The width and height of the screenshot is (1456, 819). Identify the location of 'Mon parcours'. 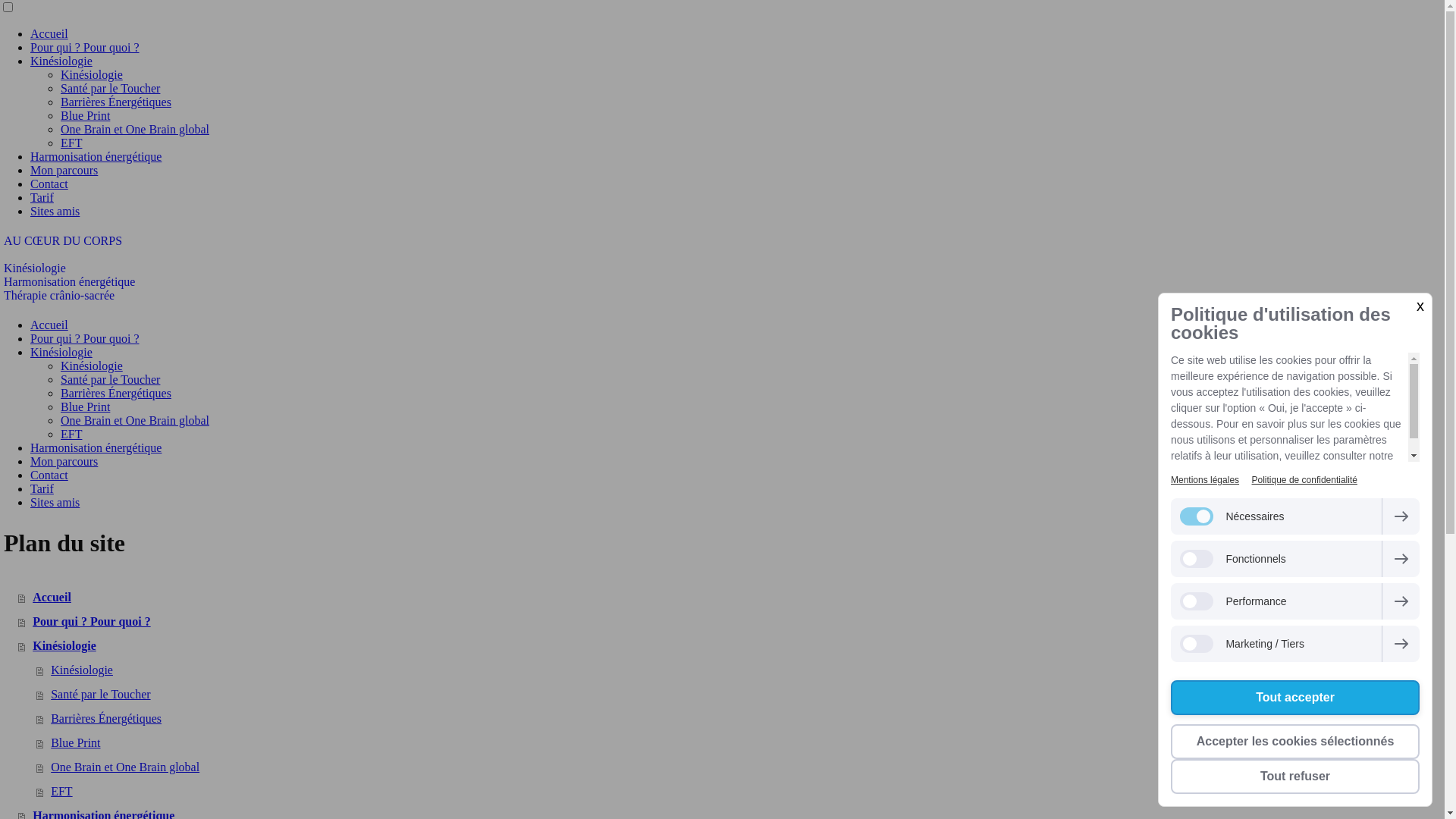
(63, 460).